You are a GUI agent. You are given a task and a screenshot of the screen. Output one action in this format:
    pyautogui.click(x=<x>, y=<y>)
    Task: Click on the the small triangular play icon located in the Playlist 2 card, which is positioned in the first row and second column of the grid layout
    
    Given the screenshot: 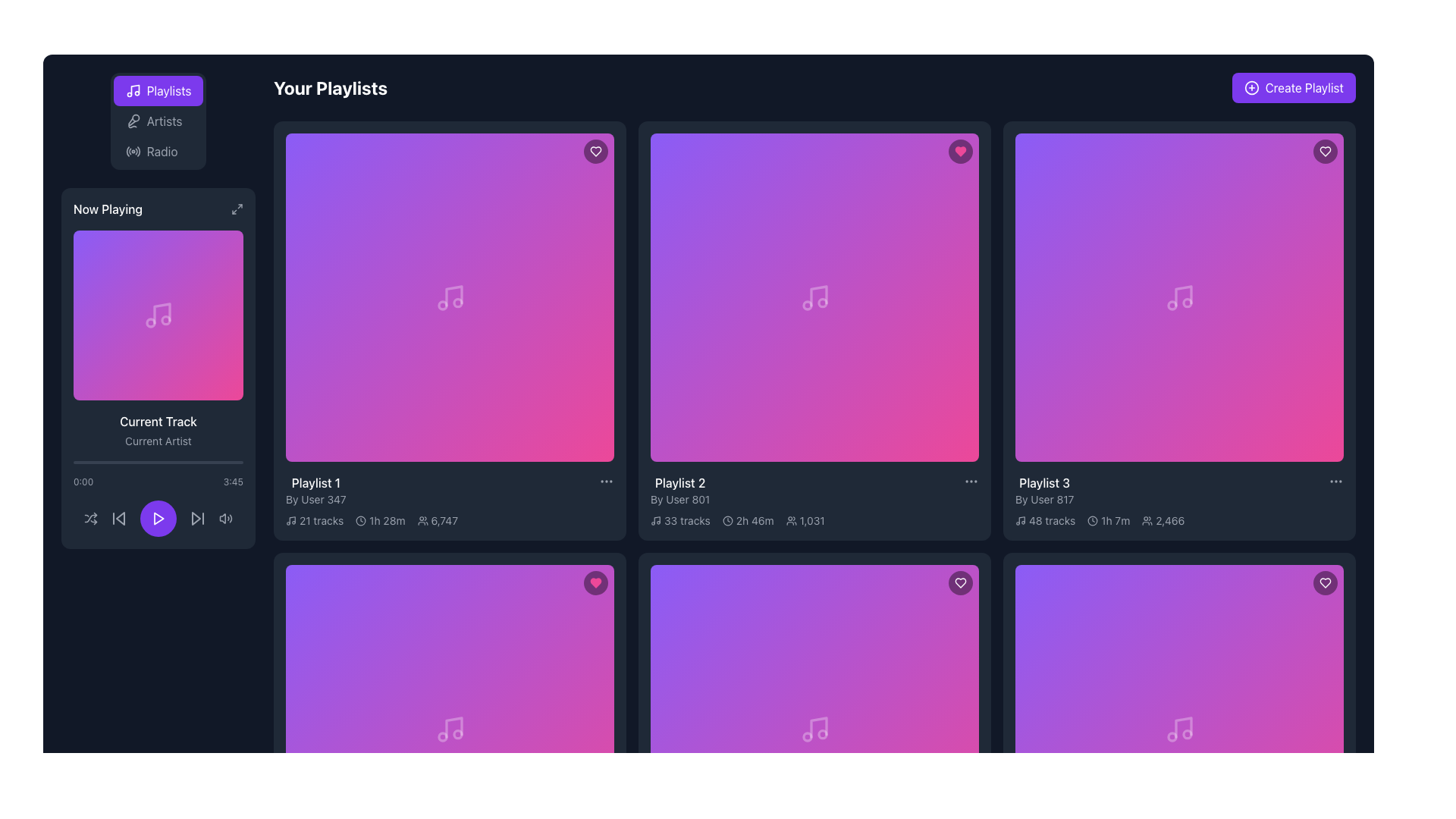 What is the action you would take?
    pyautogui.click(x=814, y=297)
    